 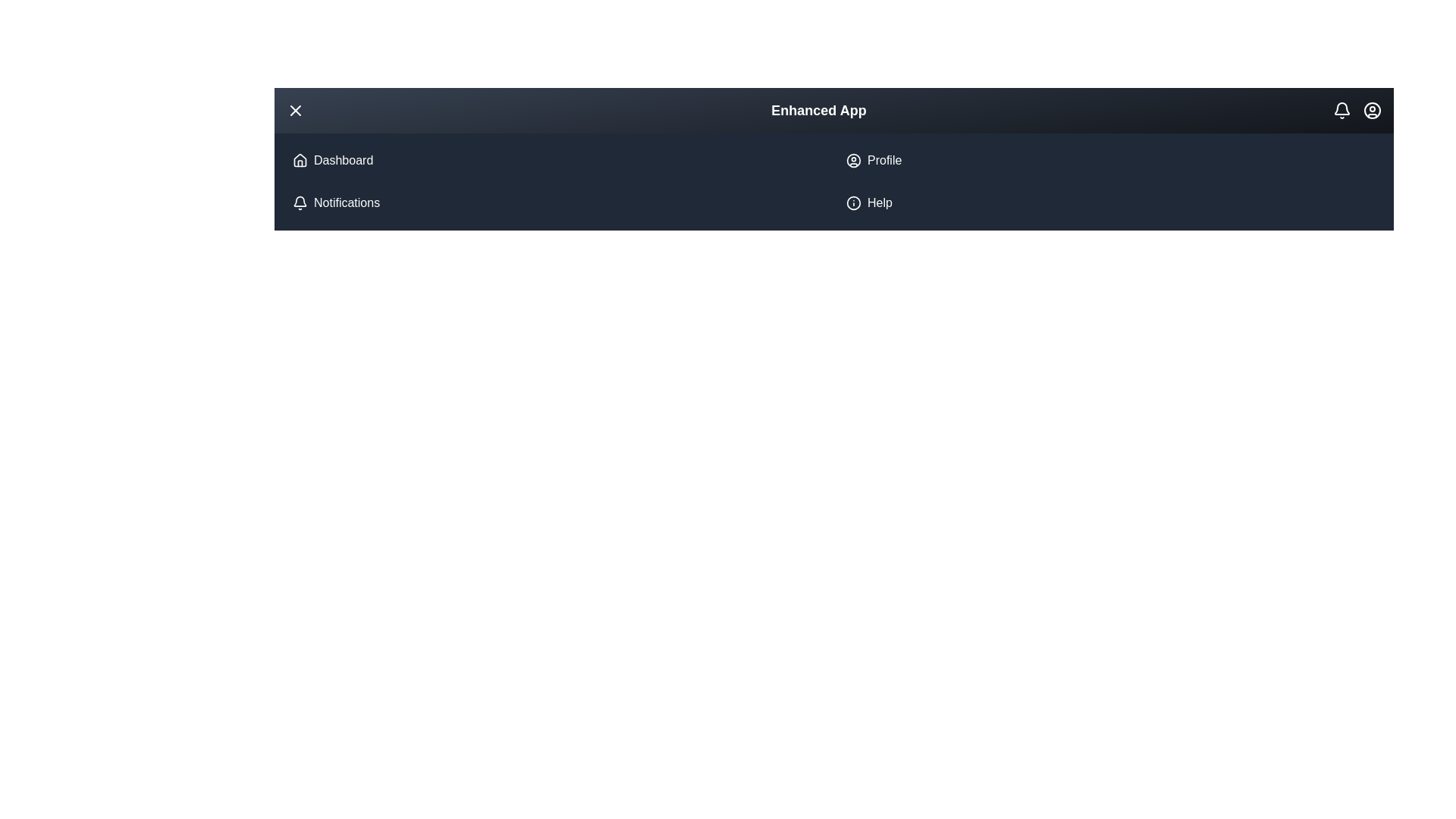 I want to click on the 'Notifications' list item in the menu, so click(x=556, y=202).